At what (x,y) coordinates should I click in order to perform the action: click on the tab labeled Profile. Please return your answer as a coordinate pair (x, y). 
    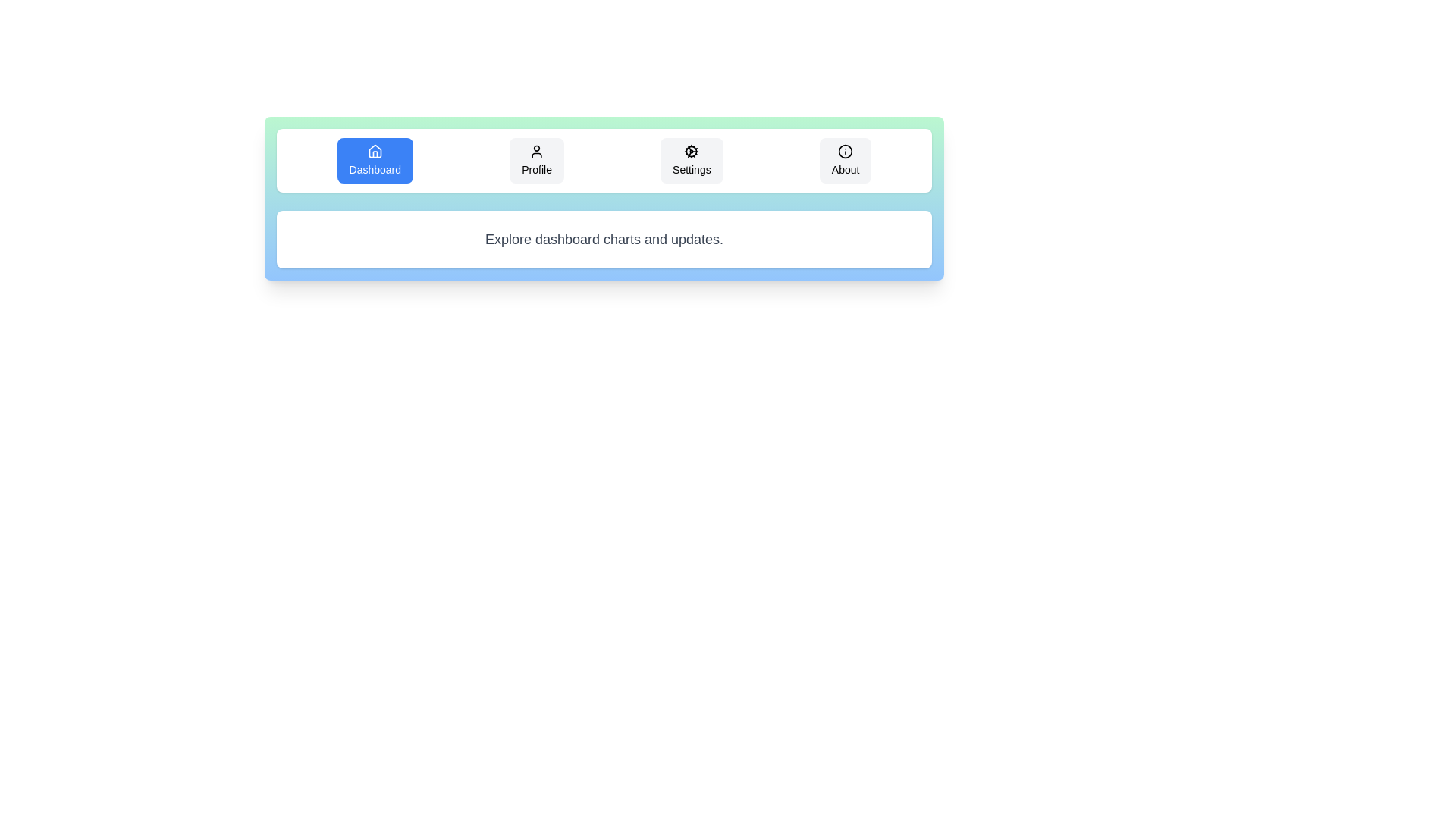
    Looking at the image, I should click on (537, 161).